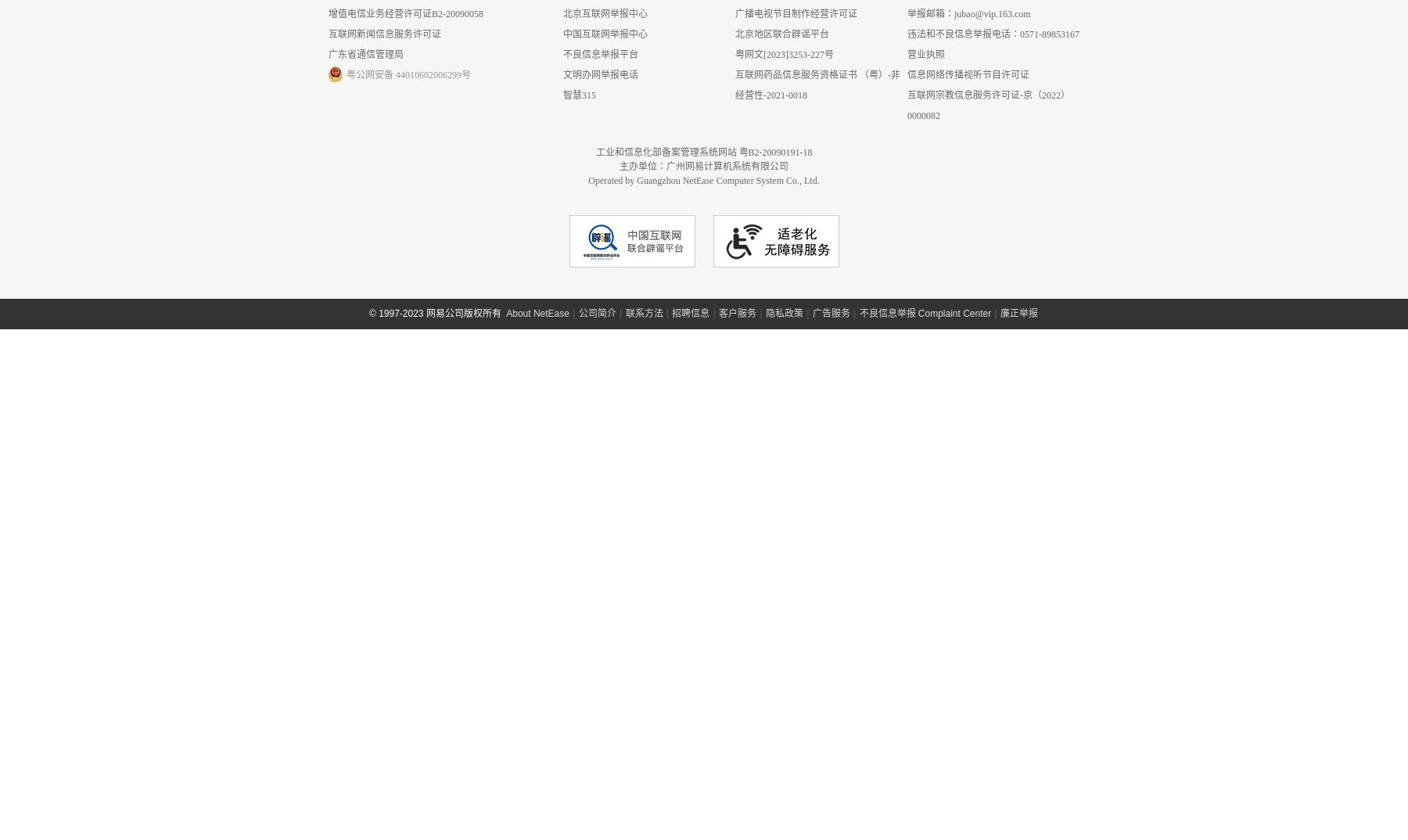 Image resolution: width=1408 pixels, height=840 pixels. I want to click on '5G', so click(314, 340).